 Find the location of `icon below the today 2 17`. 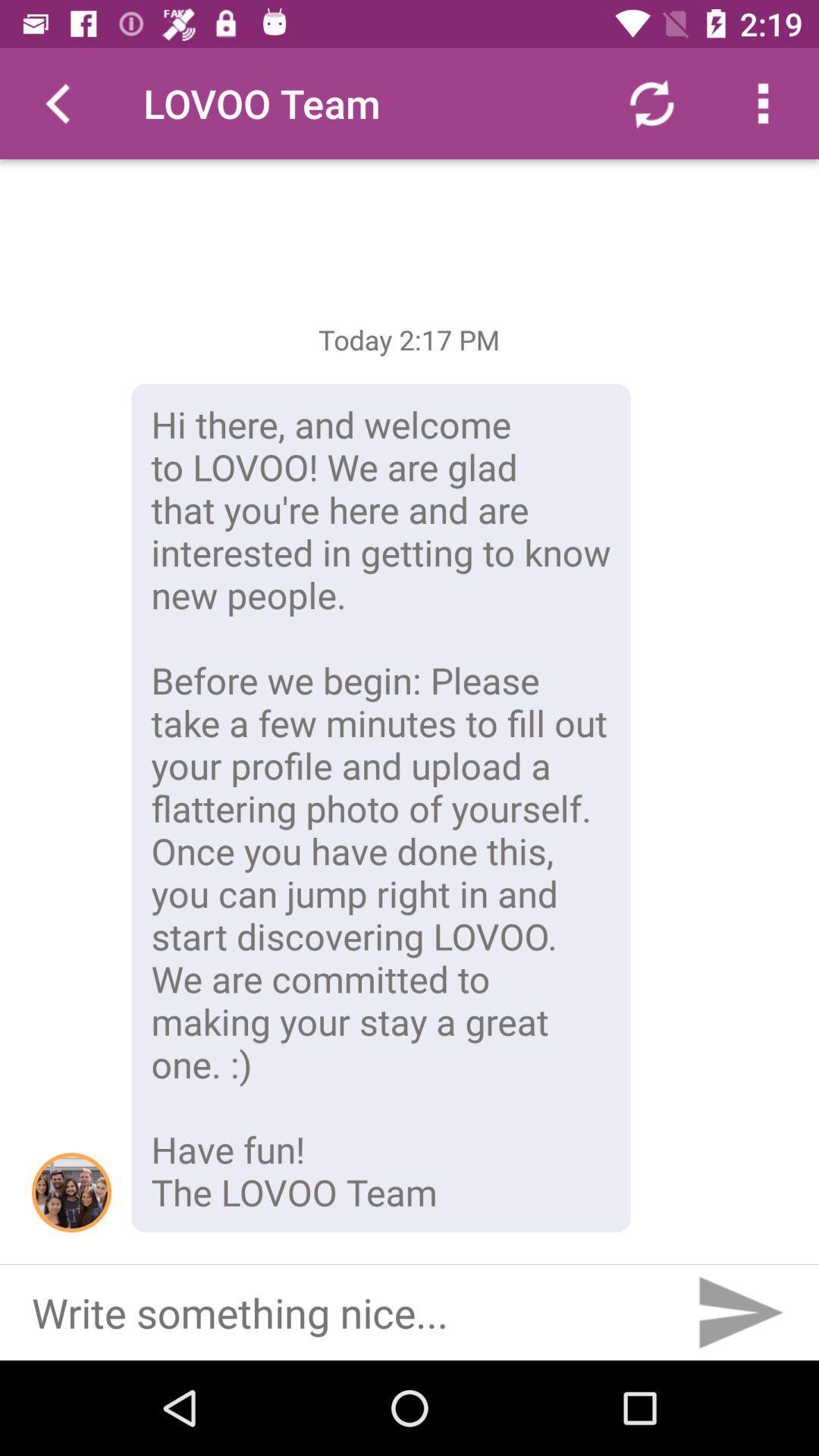

icon below the today 2 17 is located at coordinates (380, 807).